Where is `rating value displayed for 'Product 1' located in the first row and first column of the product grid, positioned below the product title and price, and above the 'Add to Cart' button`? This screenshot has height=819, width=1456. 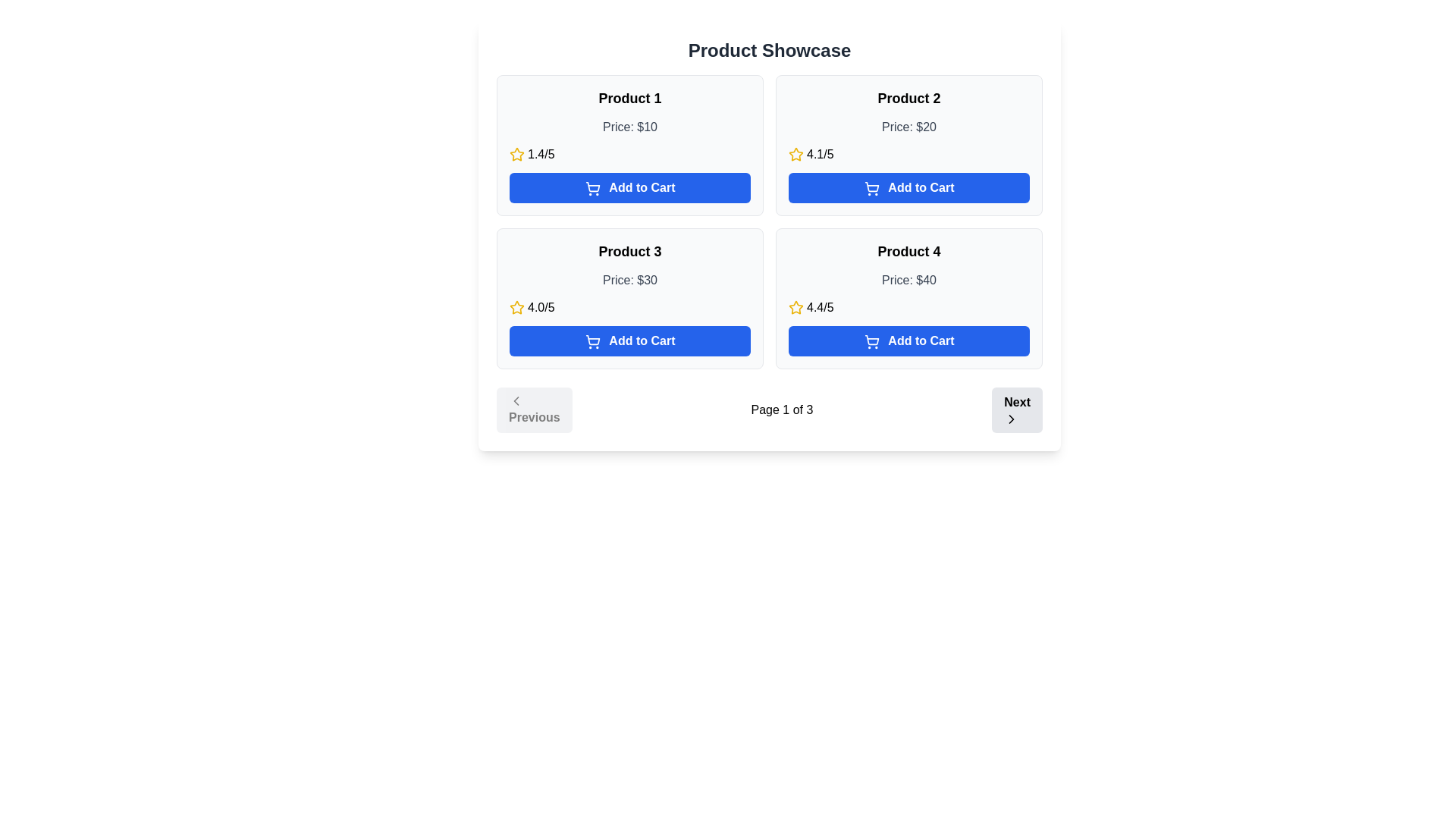
rating value displayed for 'Product 1' located in the first row and first column of the product grid, positioned below the product title and price, and above the 'Add to Cart' button is located at coordinates (629, 155).